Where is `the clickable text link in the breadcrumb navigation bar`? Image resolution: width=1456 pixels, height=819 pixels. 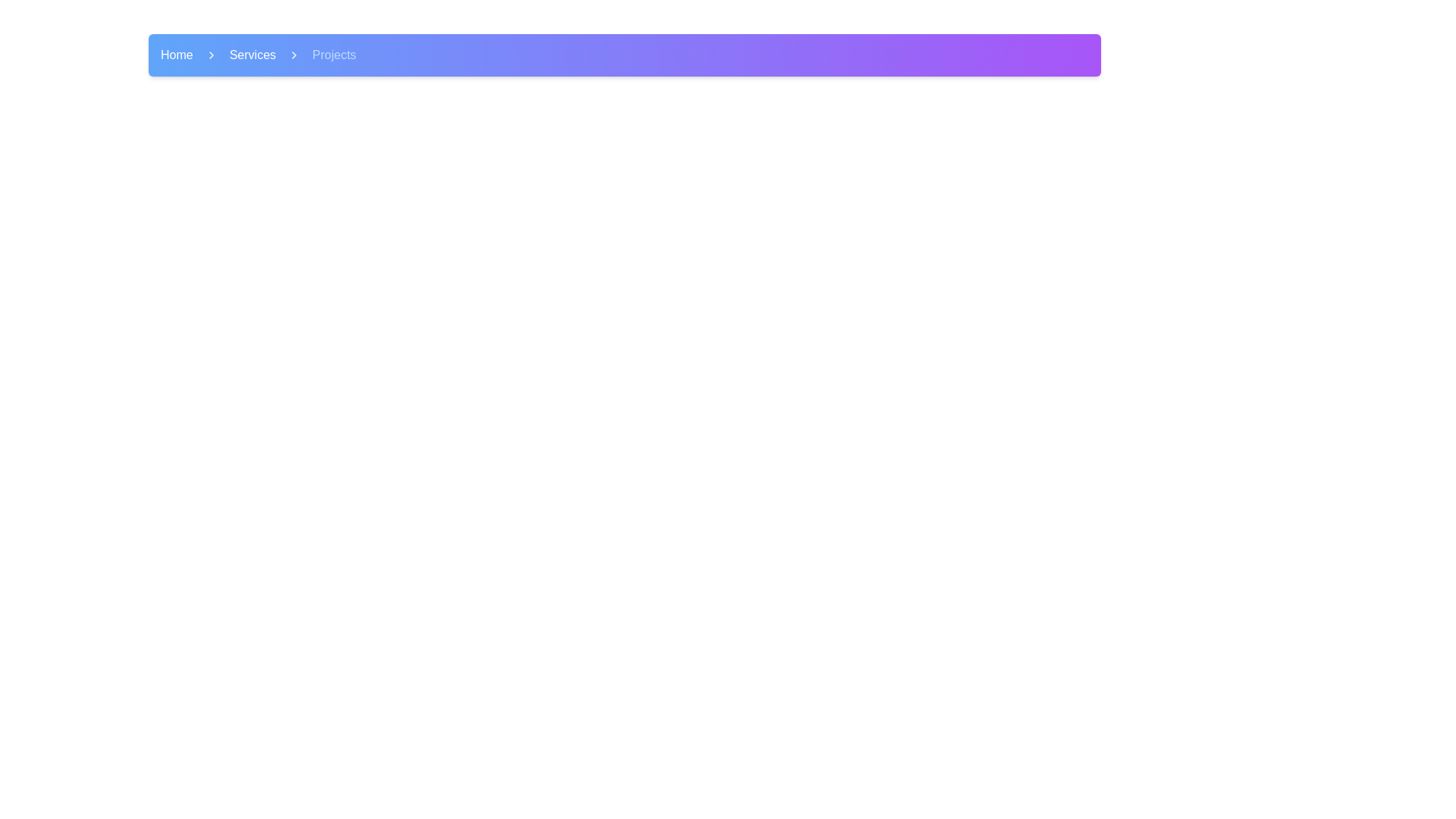 the clickable text link in the breadcrumb navigation bar is located at coordinates (253, 54).